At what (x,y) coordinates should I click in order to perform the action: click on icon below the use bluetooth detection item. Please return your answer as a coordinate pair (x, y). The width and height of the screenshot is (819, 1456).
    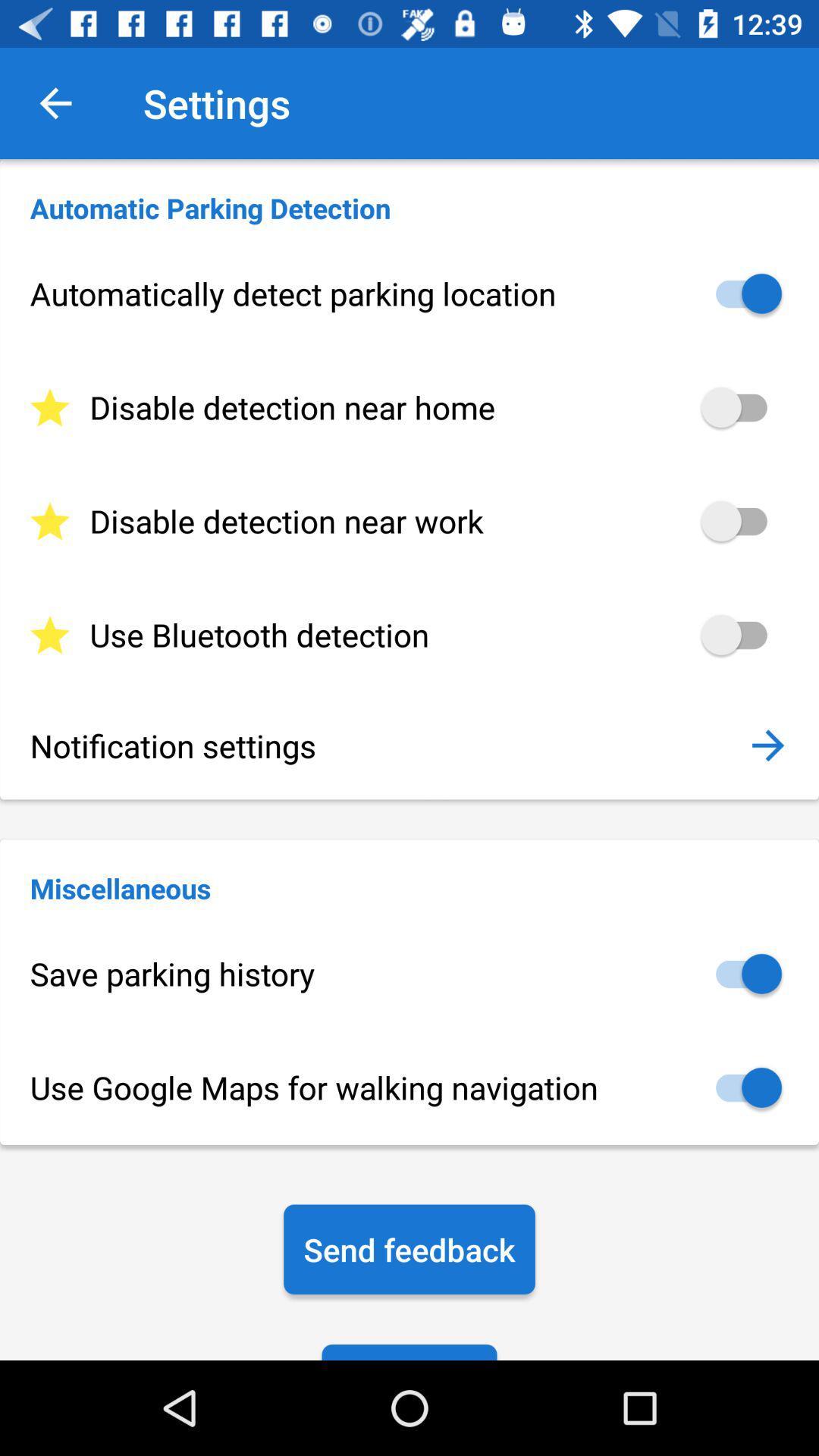
    Looking at the image, I should click on (767, 745).